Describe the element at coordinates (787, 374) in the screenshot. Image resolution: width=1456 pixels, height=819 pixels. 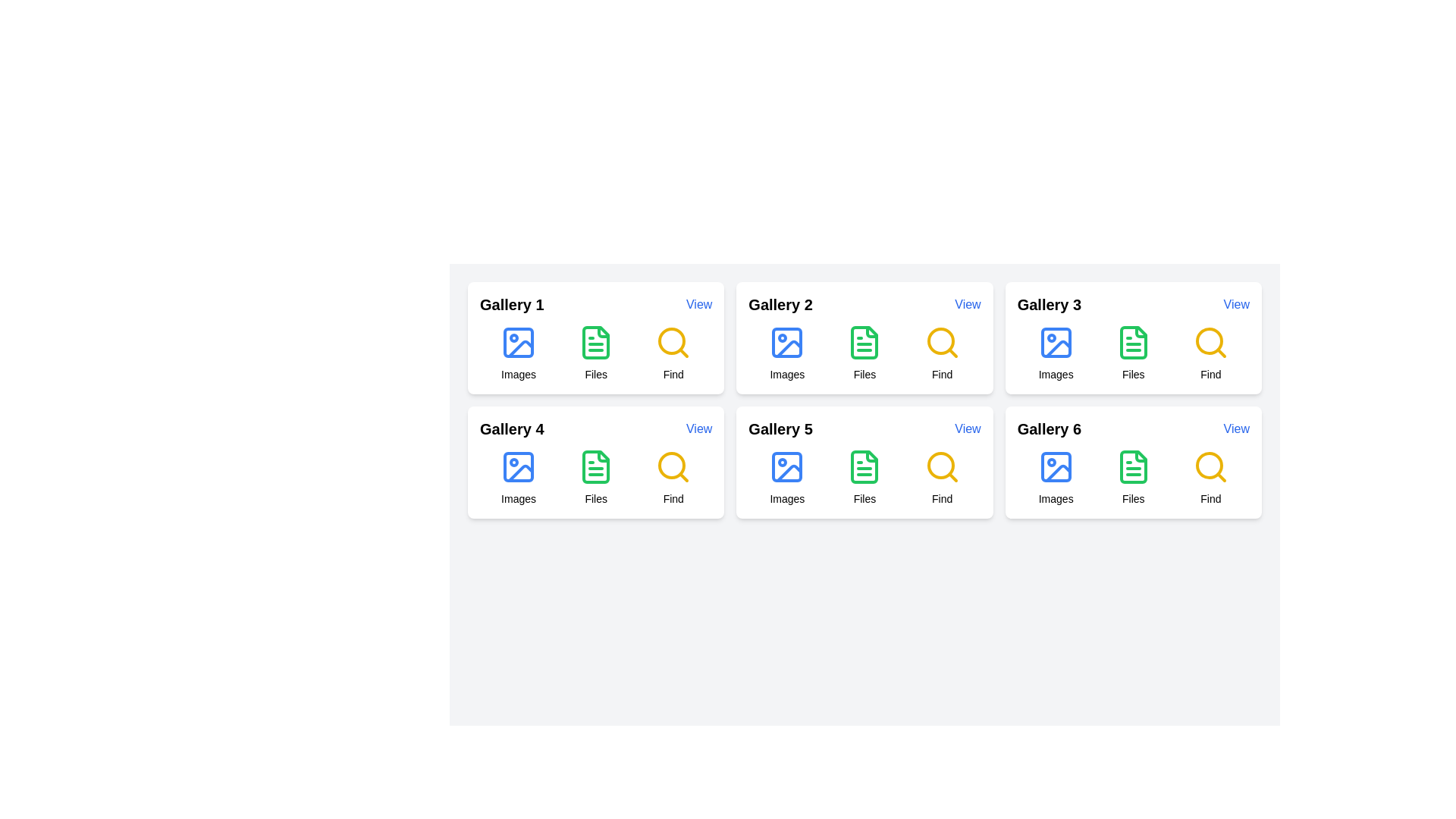
I see `text content of the label that reads 'Images' located within the 'Gallery 2' card, positioned below the image frame icon` at that location.